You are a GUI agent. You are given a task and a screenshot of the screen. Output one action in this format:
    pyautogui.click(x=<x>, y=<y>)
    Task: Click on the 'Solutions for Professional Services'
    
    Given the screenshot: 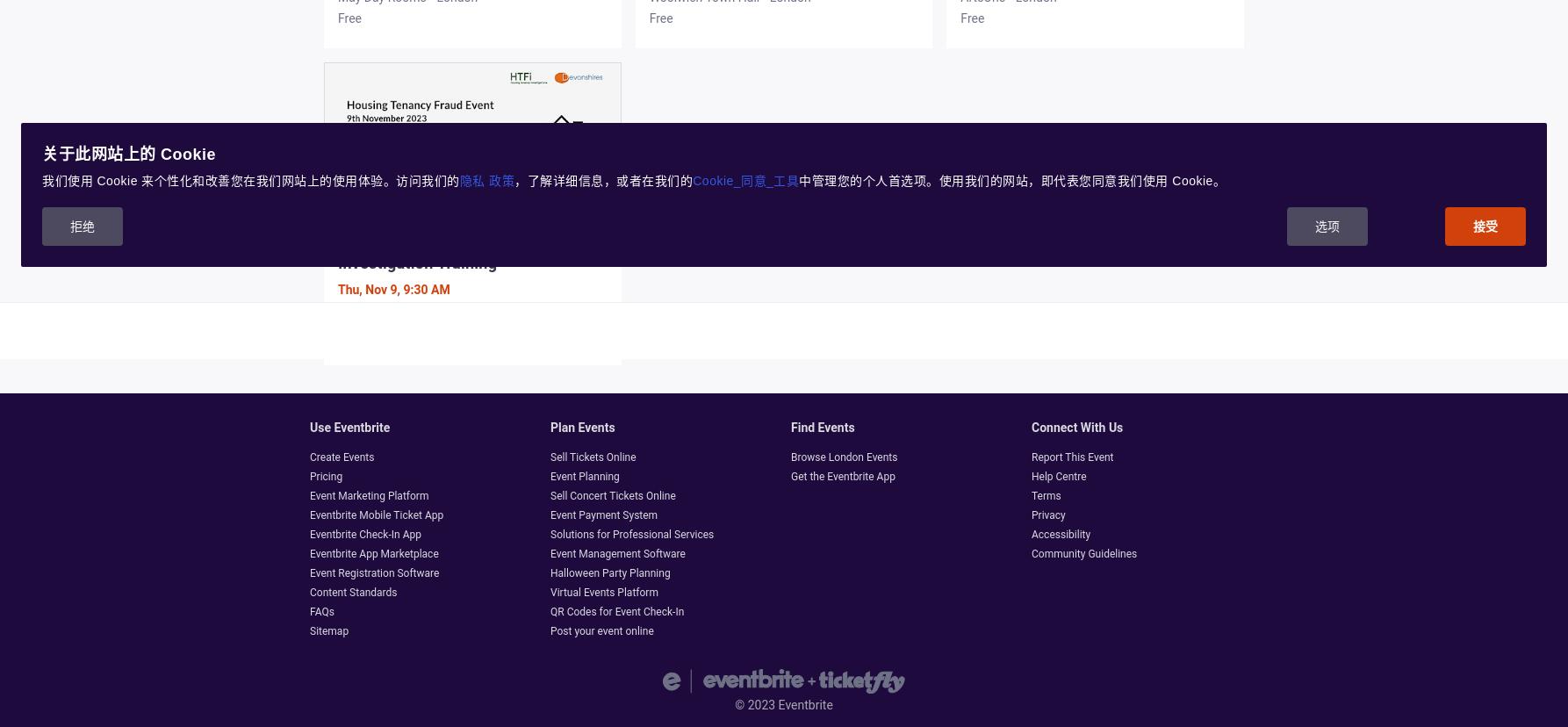 What is the action you would take?
    pyautogui.click(x=631, y=533)
    